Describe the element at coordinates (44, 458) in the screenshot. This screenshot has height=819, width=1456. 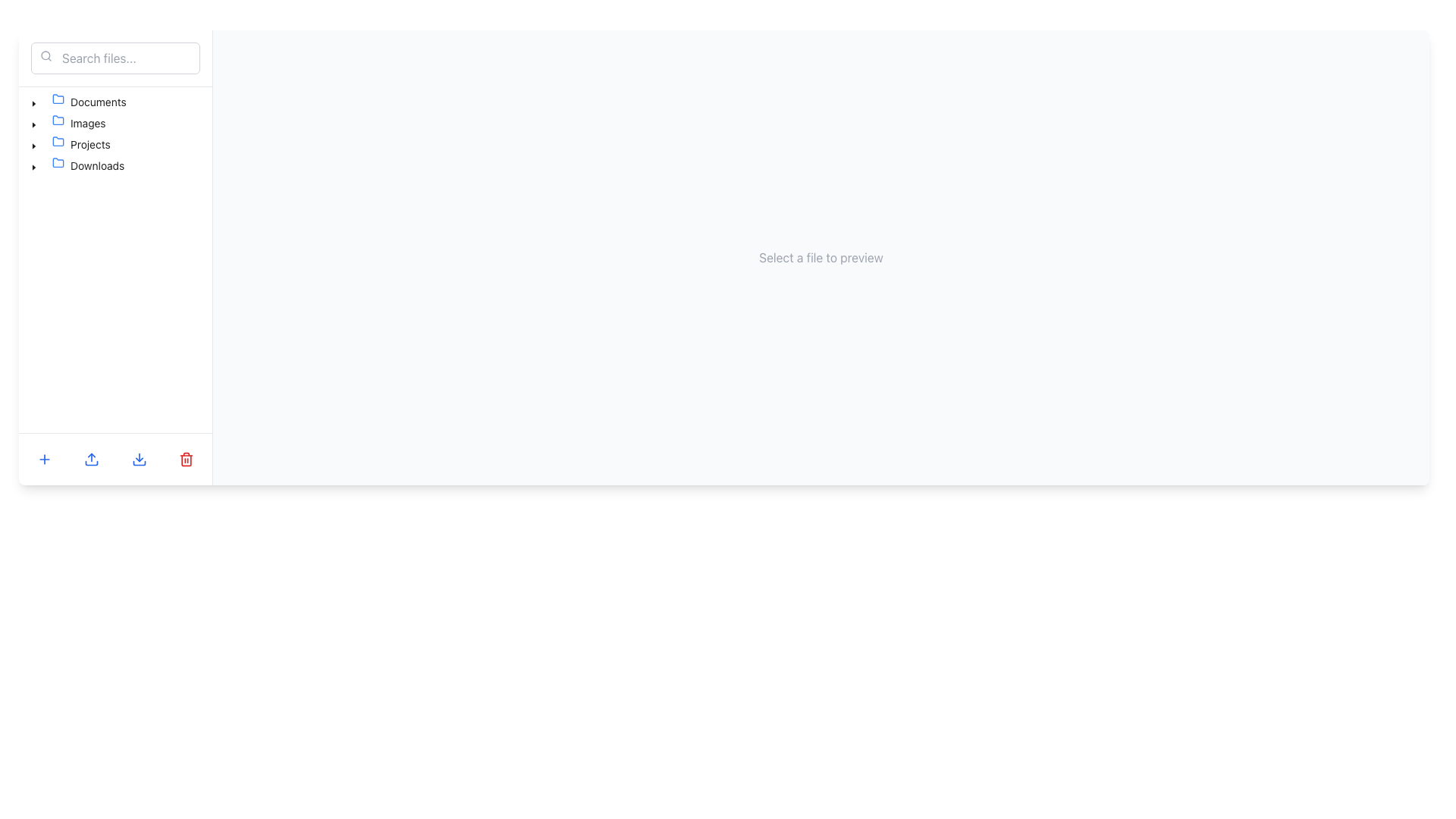
I see `the first square button with a blue plus icon located at the bottom-left corner of the viewport` at that location.